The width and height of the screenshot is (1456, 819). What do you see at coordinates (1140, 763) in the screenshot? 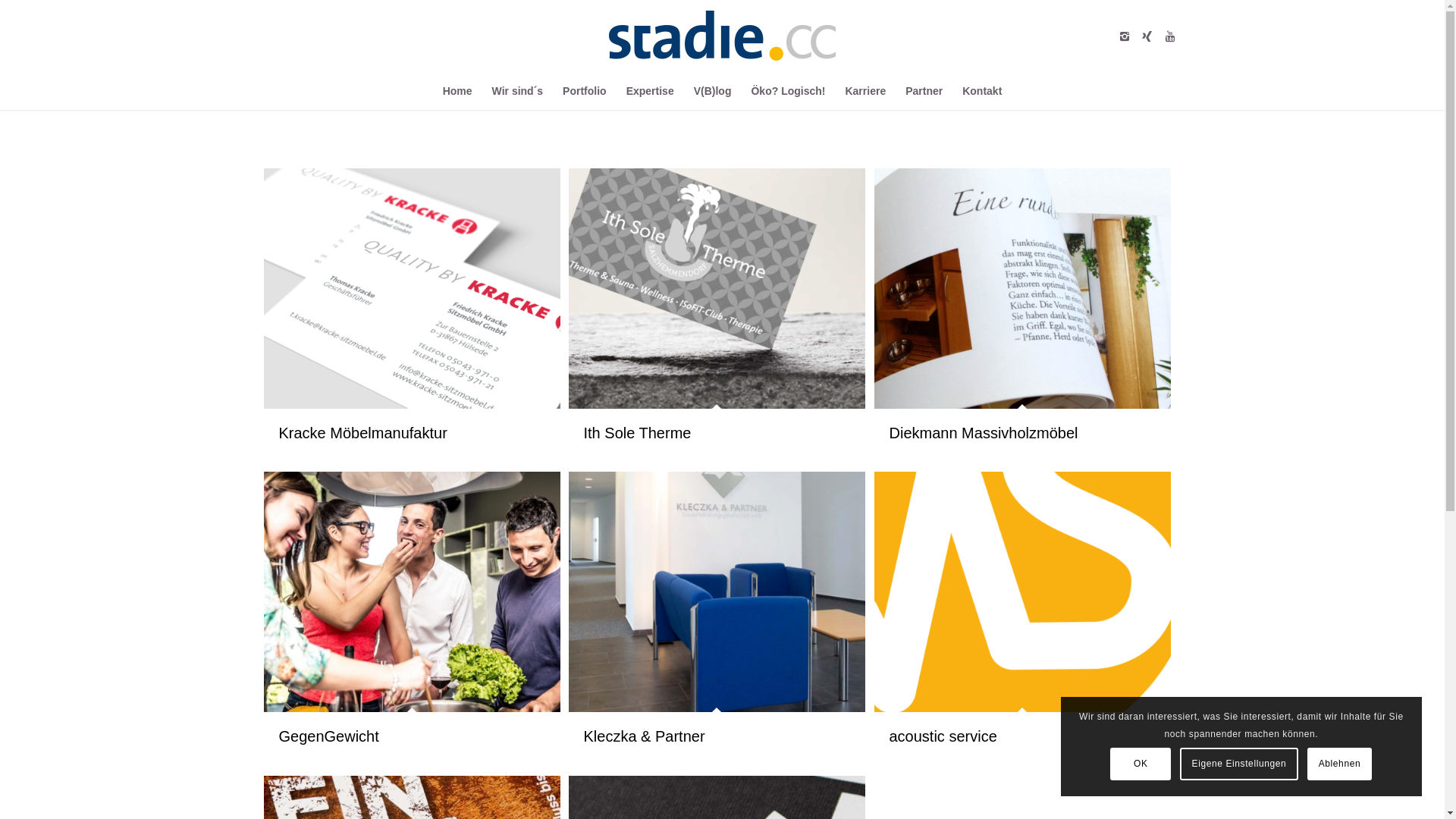
I see `'OK'` at bounding box center [1140, 763].